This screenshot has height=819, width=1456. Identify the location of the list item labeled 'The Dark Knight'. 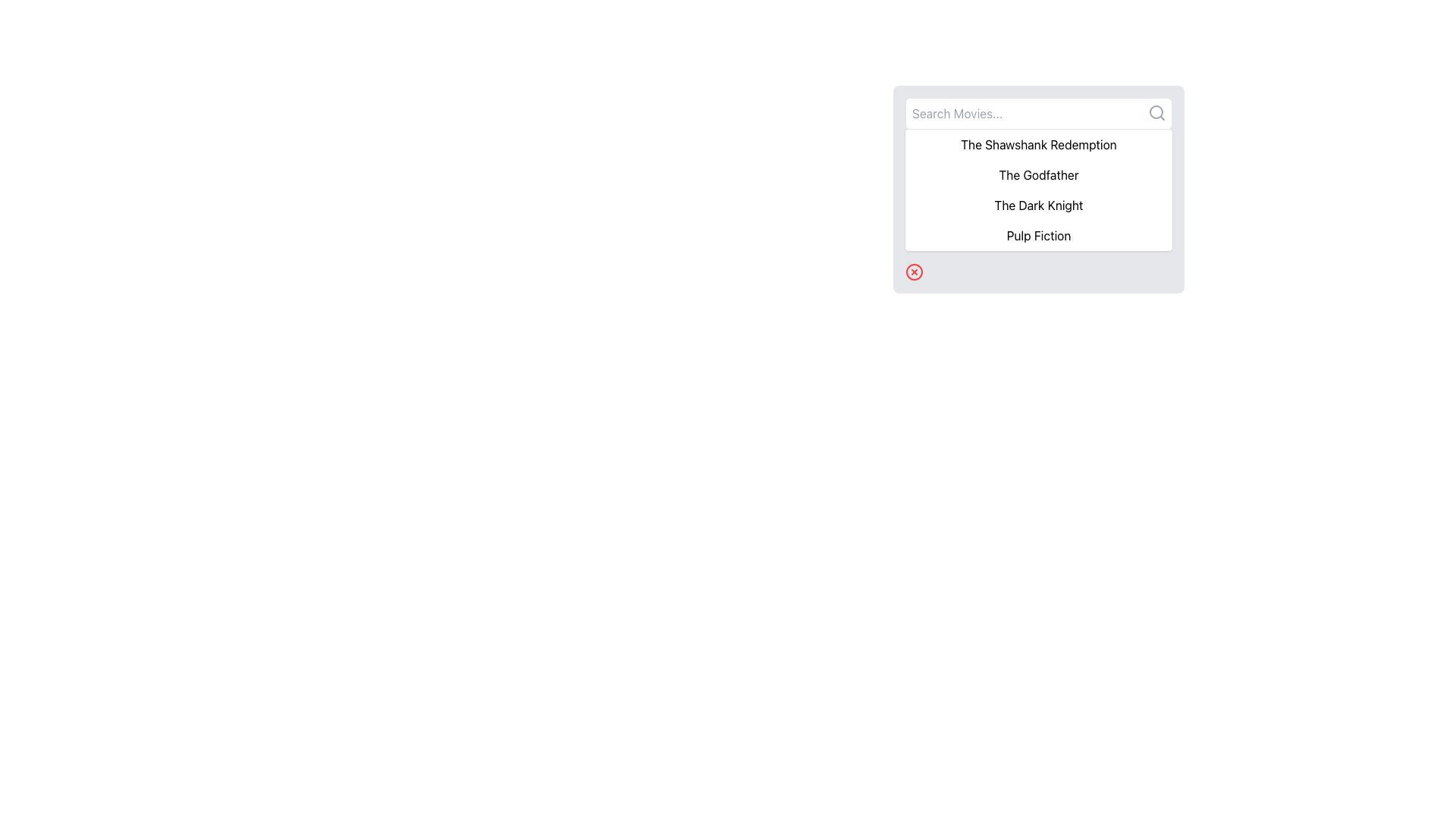
(1037, 205).